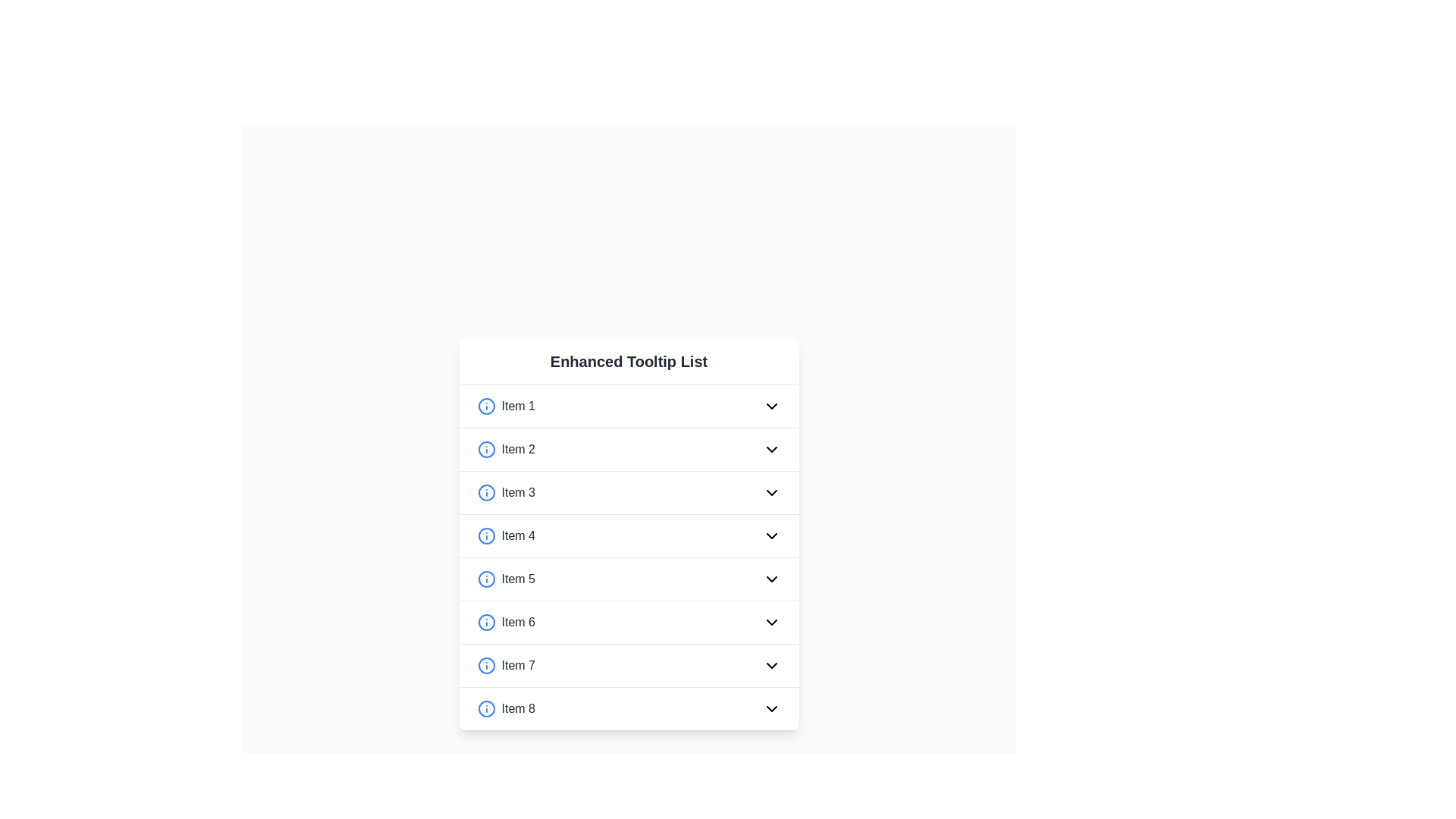 The width and height of the screenshot is (1456, 819). Describe the element at coordinates (629, 622) in the screenshot. I see `the 'Item 6' in the Enhanced Tooltip List` at that location.